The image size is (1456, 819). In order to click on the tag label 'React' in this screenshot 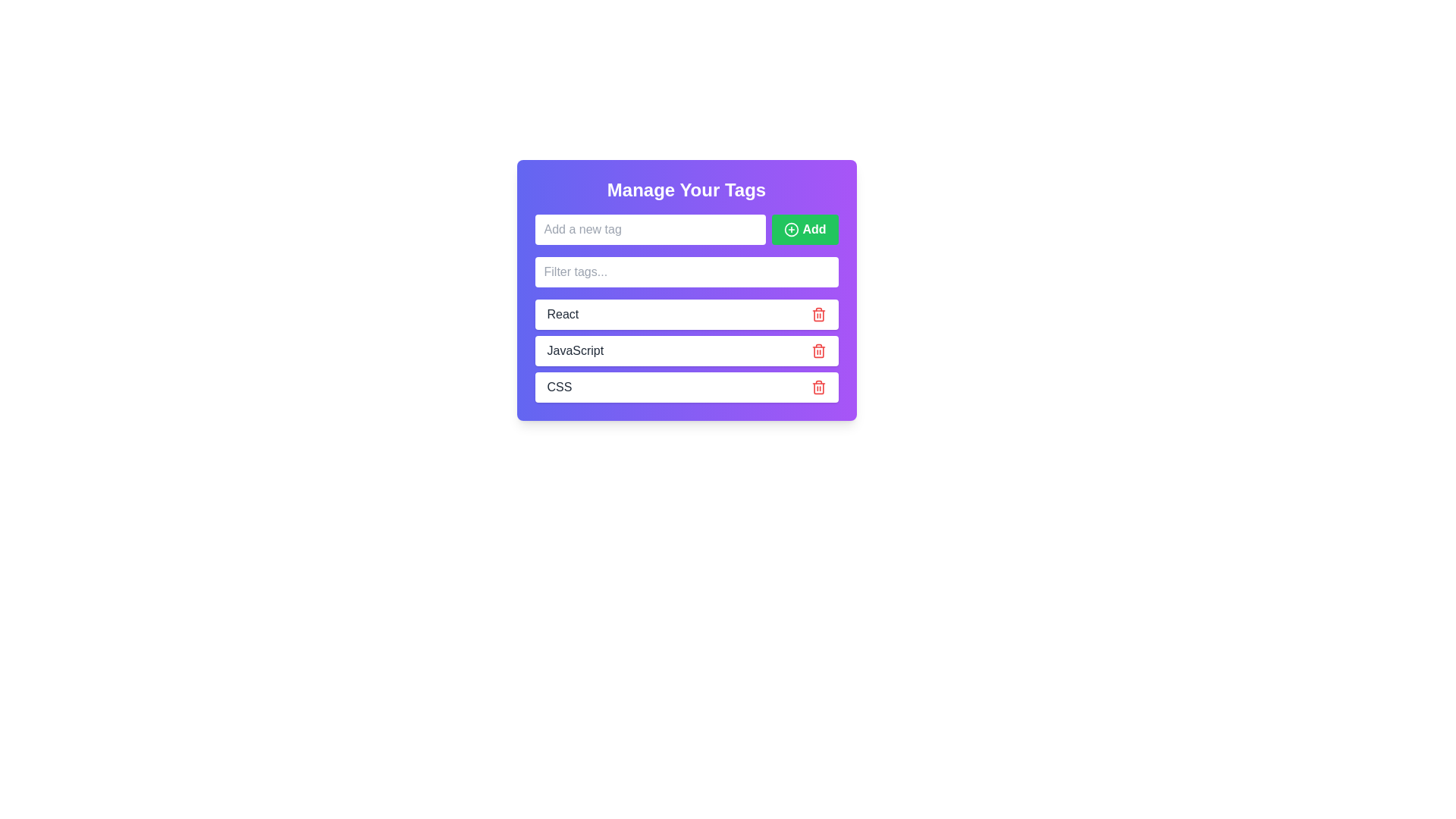, I will do `click(562, 314)`.